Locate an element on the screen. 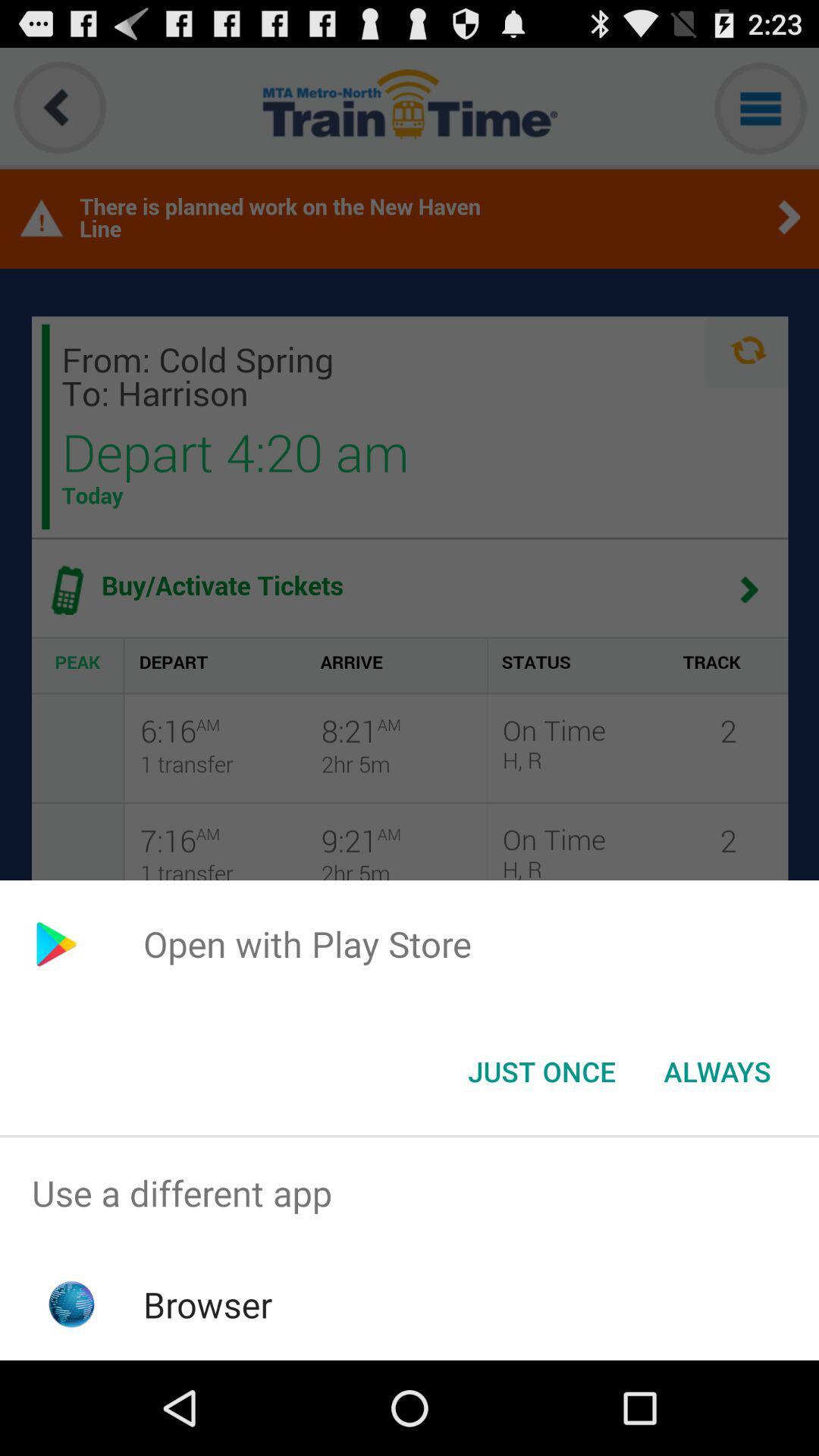  the always icon is located at coordinates (717, 1070).